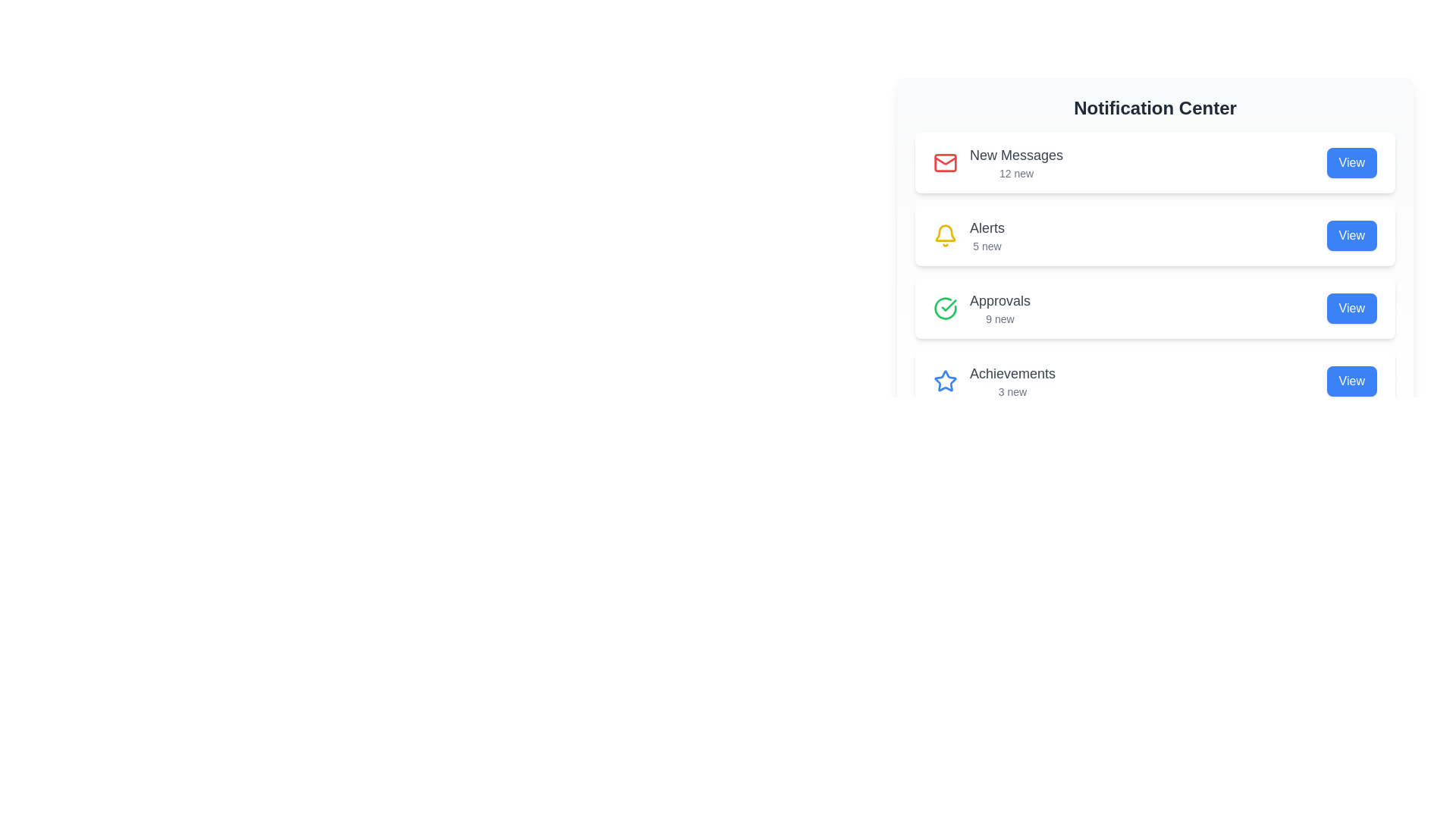 The width and height of the screenshot is (1456, 819). Describe the element at coordinates (1351, 308) in the screenshot. I see `the button next to the 'Approvals: 9 new' notification in the Notification Center` at that location.